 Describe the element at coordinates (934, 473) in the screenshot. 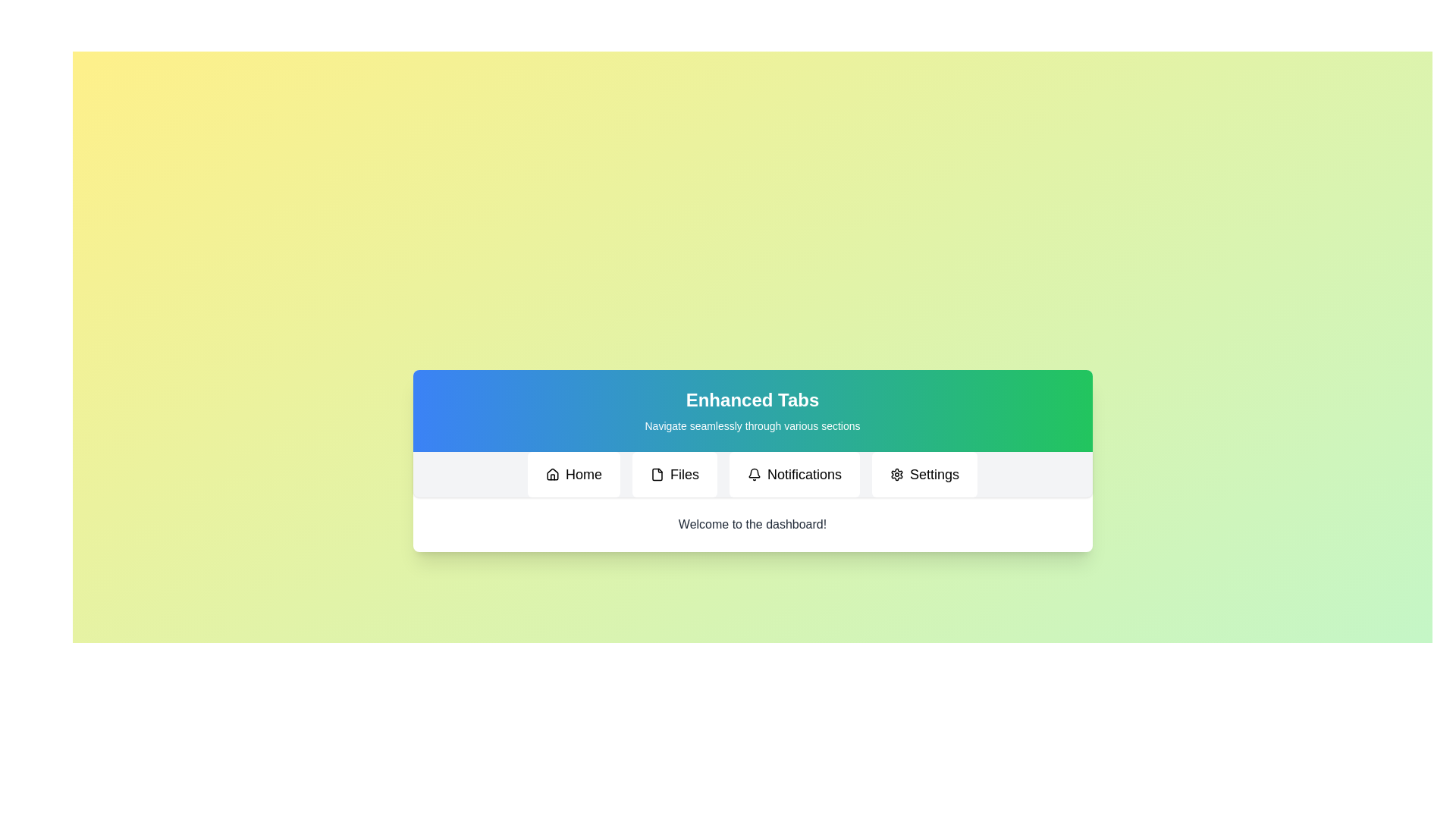

I see `the 'Settings' text label, which is displayed in bold black text and located at the far-right of the horizontal row of tabs below the 'Enhanced Tabs' header` at that location.